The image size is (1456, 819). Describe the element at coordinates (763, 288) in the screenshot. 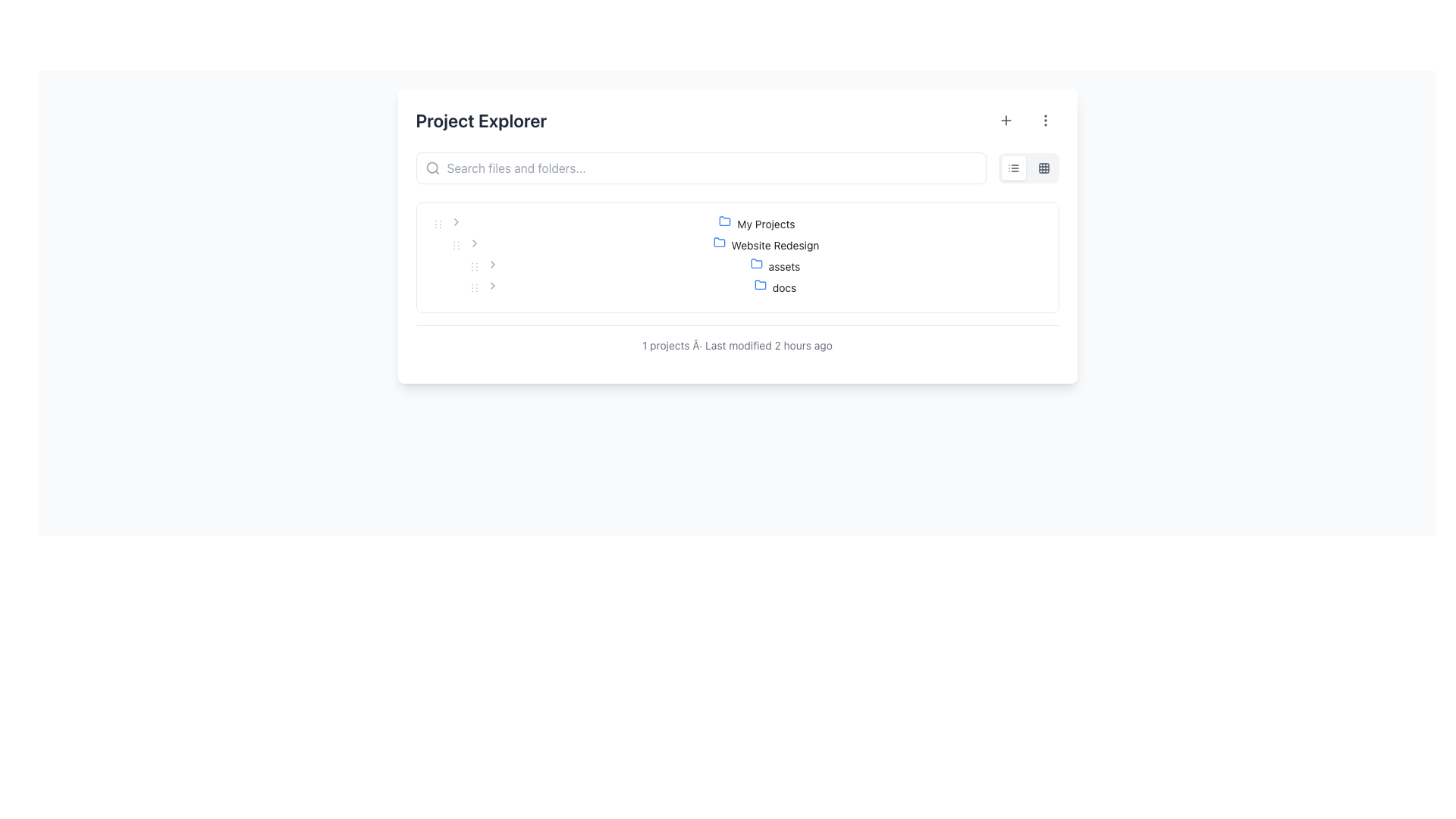

I see `the blue folder icon with thin lines and a slight shadow, located to the left of the 'docs' label` at that location.